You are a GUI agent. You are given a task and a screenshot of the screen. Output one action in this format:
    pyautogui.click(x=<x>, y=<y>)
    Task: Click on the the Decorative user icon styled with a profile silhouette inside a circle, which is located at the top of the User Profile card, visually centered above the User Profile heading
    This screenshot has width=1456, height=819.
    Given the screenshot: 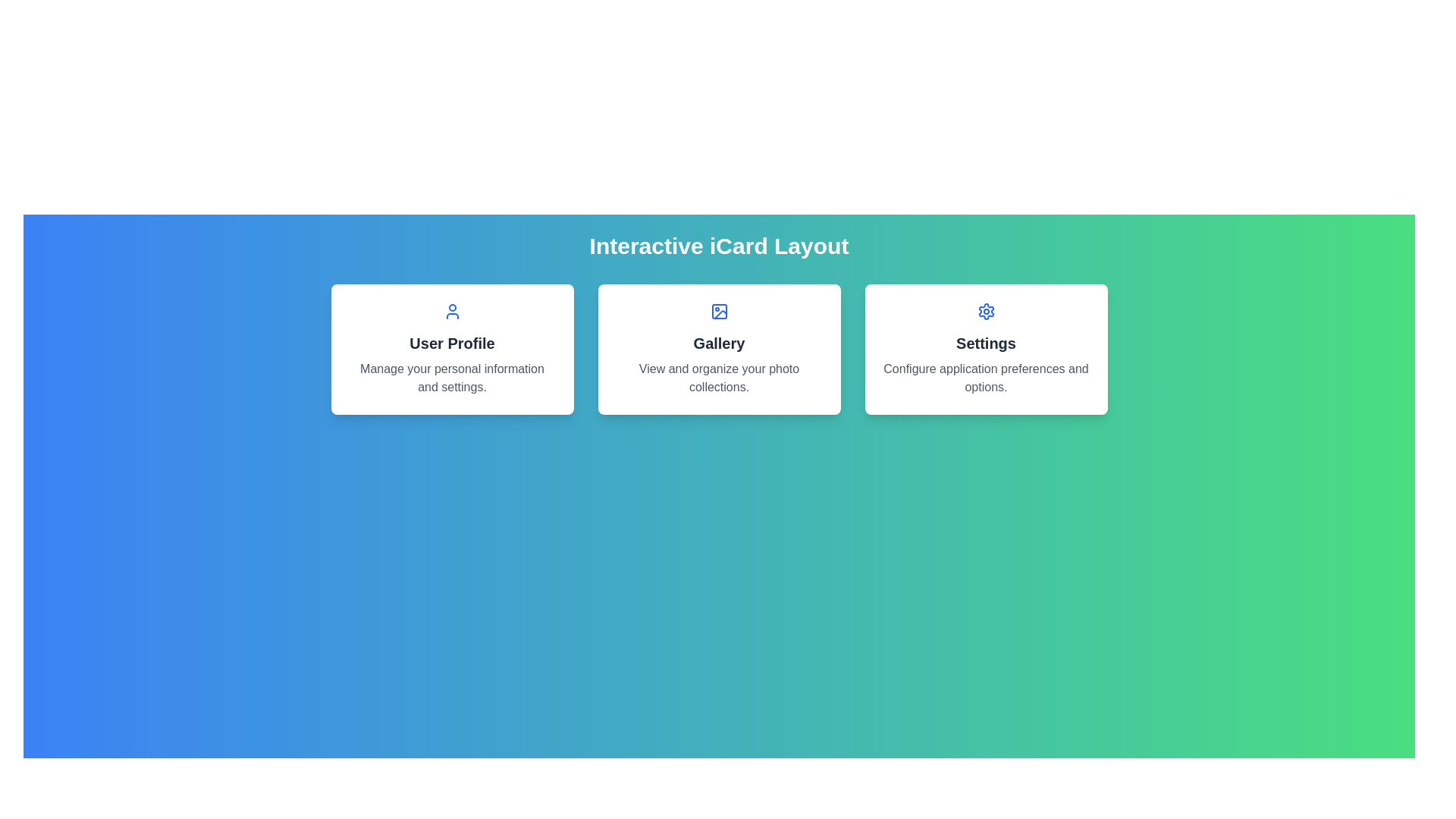 What is the action you would take?
    pyautogui.click(x=451, y=311)
    